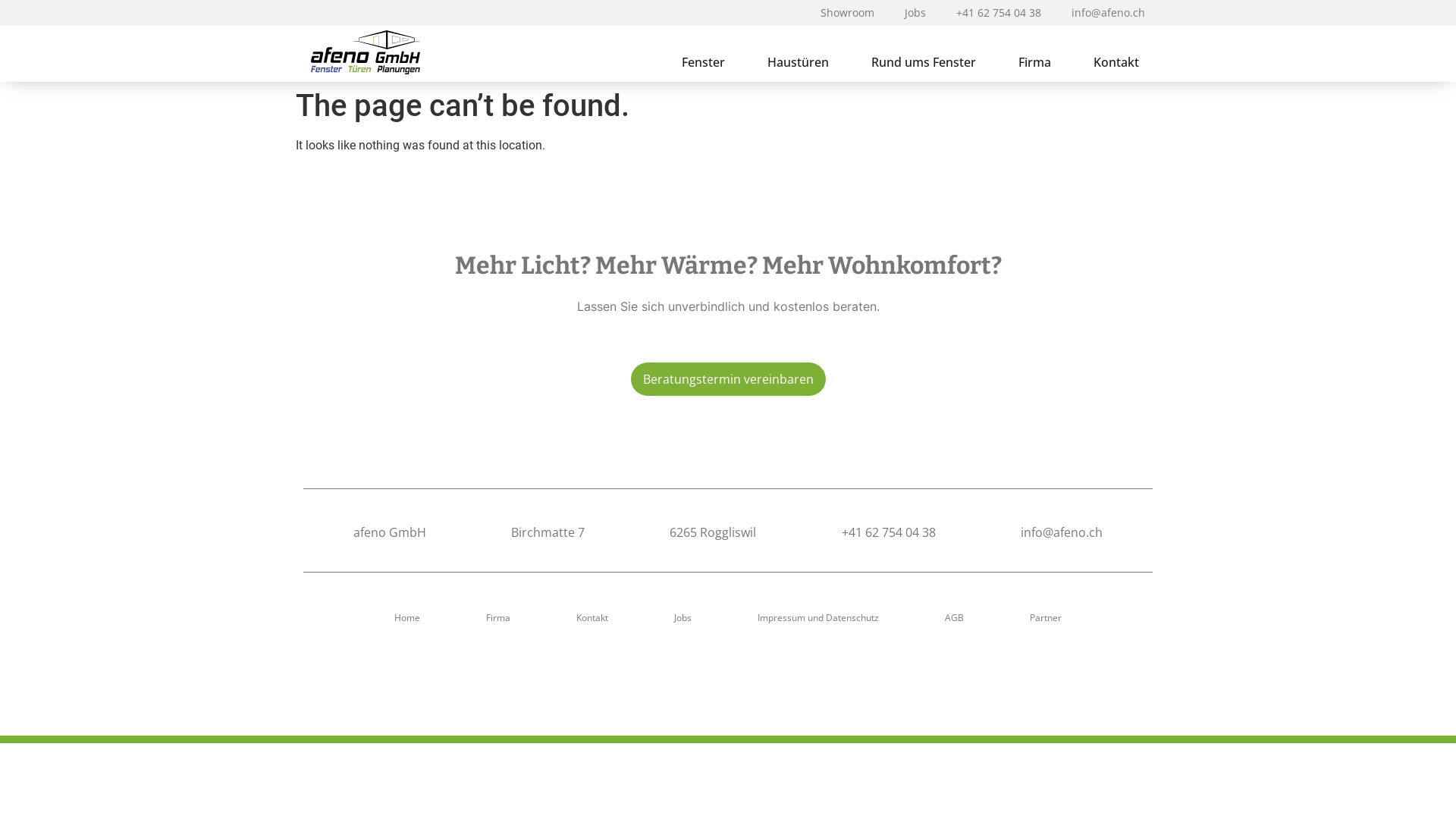 This screenshot has width=1456, height=819. I want to click on 'Beratungstermin vereinbaren', so click(728, 378).